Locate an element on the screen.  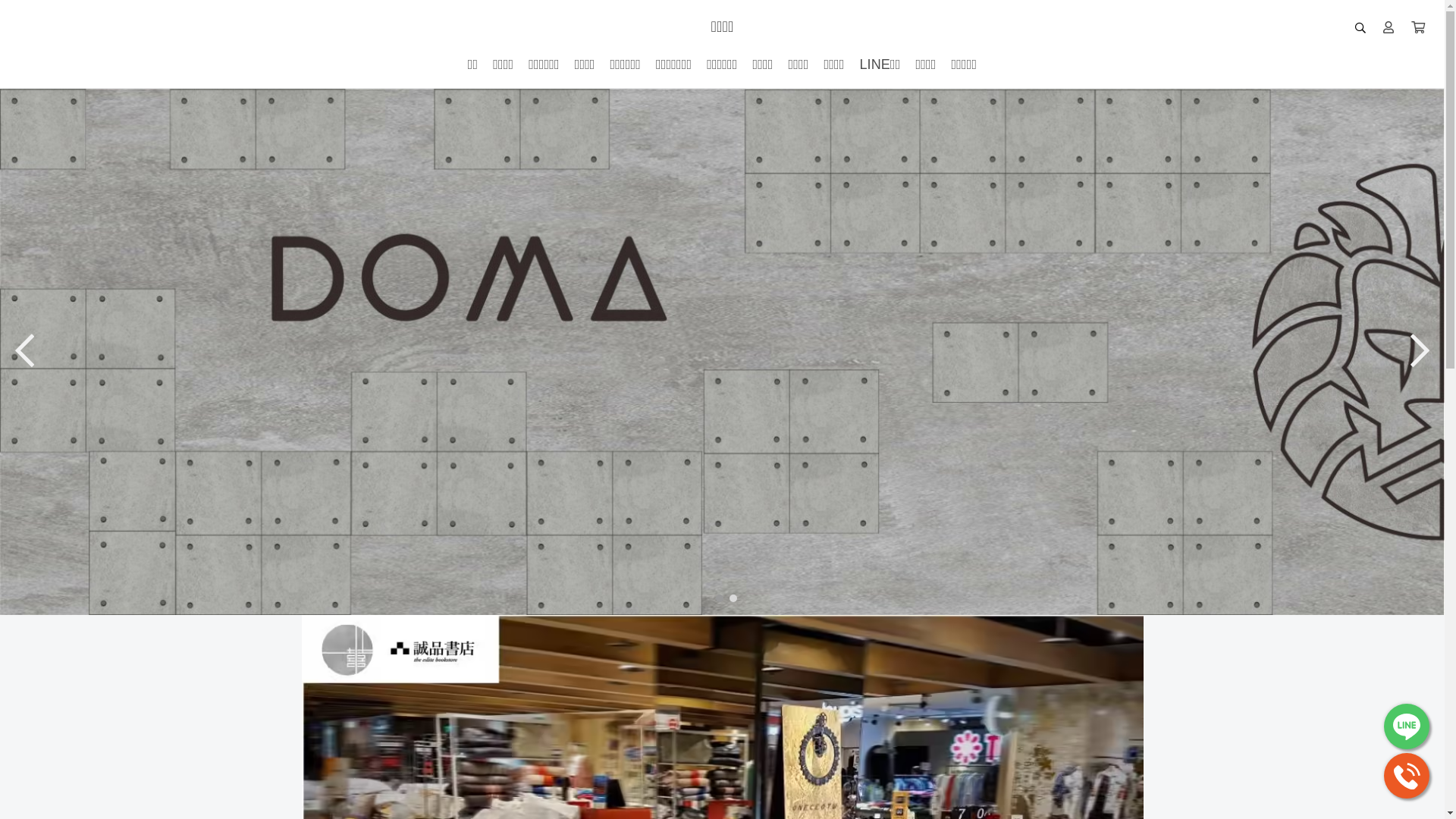
'2' is located at coordinates (723, 596).